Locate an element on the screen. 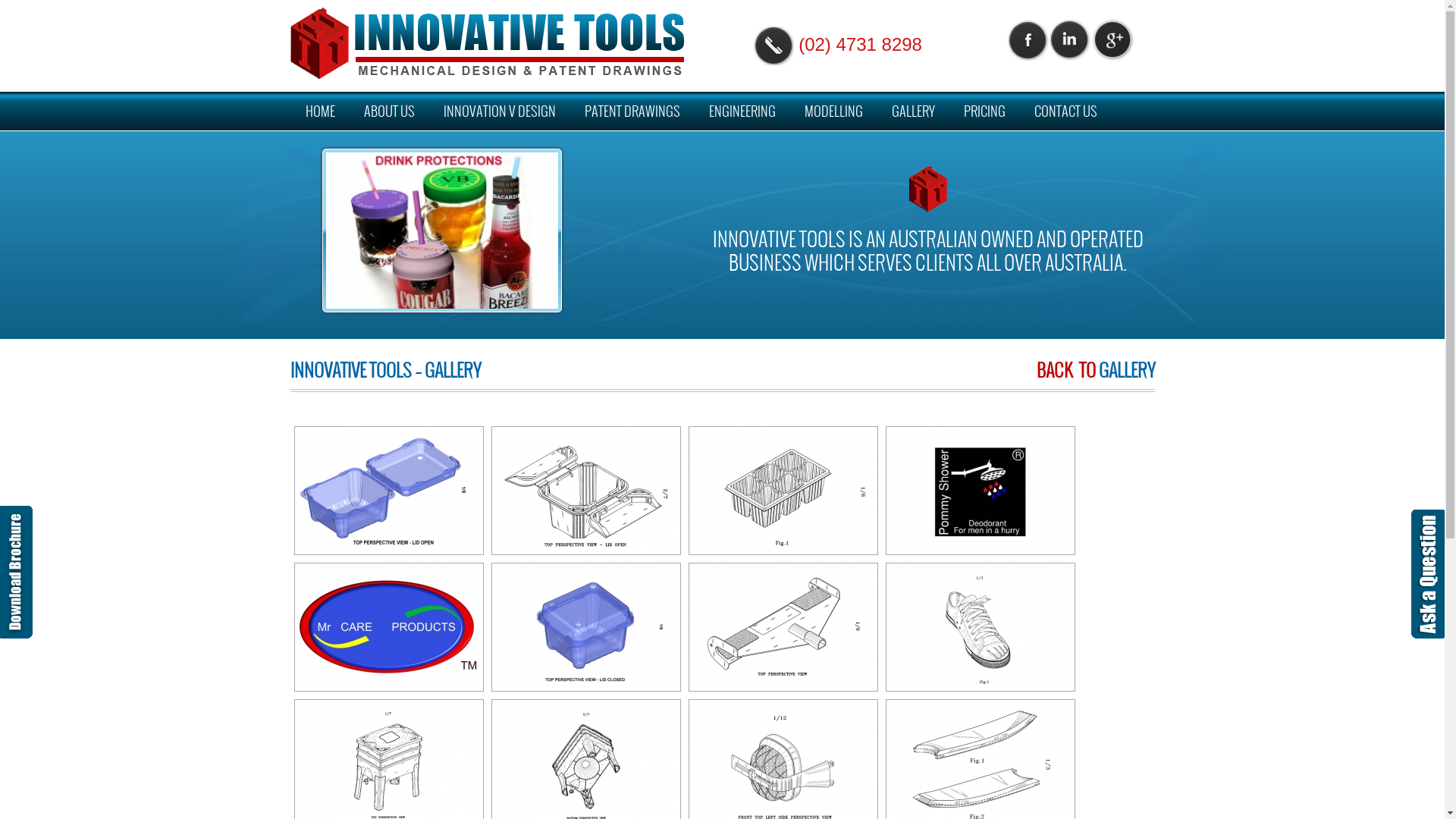 The image size is (1456, 819). 'GALLERY' is located at coordinates (912, 110).